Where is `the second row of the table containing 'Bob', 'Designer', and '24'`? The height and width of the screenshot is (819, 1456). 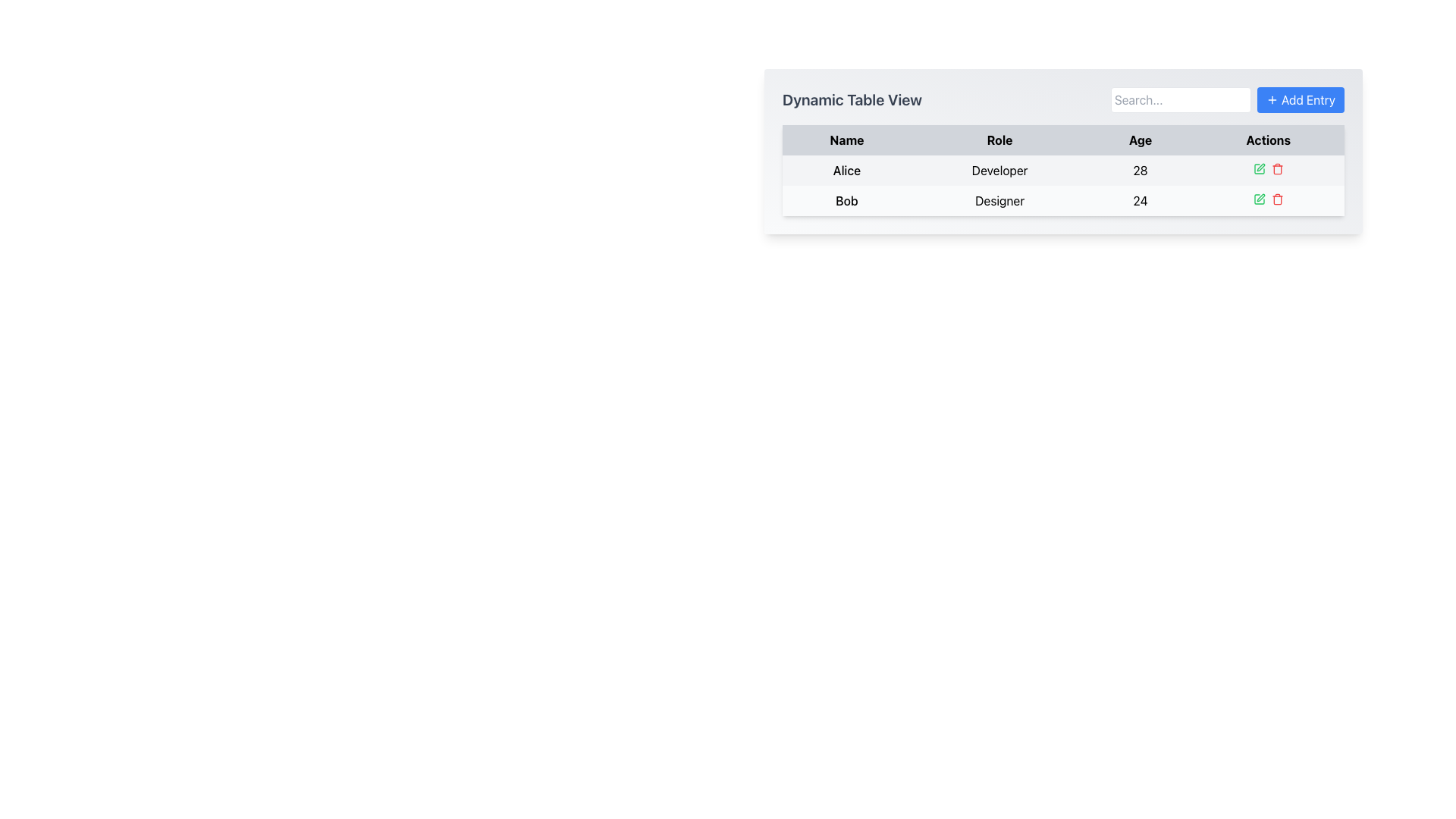
the second row of the table containing 'Bob', 'Designer', and '24' is located at coordinates (1062, 200).